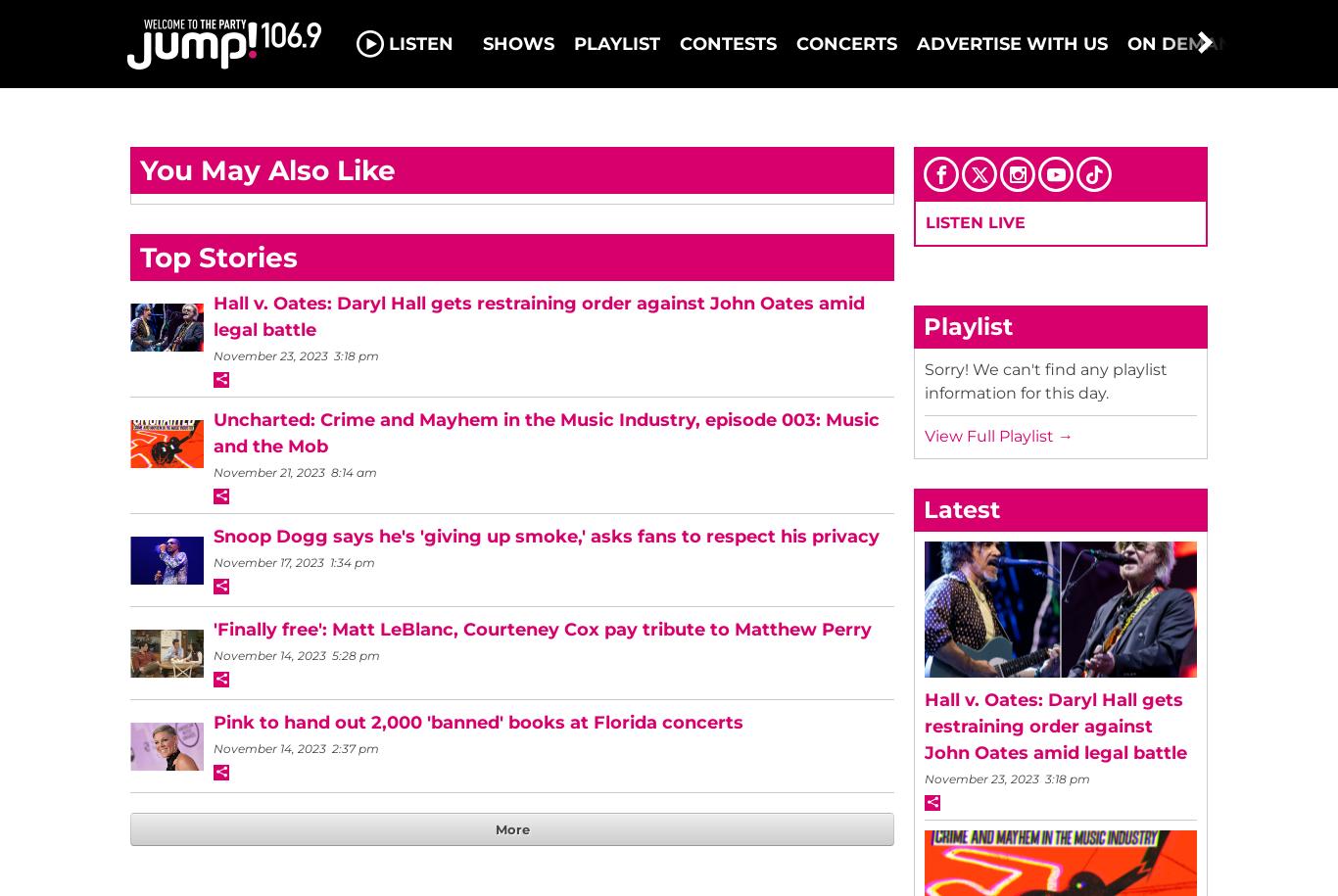  Describe the element at coordinates (213, 561) in the screenshot. I see `'November 17, 2023  1:34 pm'` at that location.